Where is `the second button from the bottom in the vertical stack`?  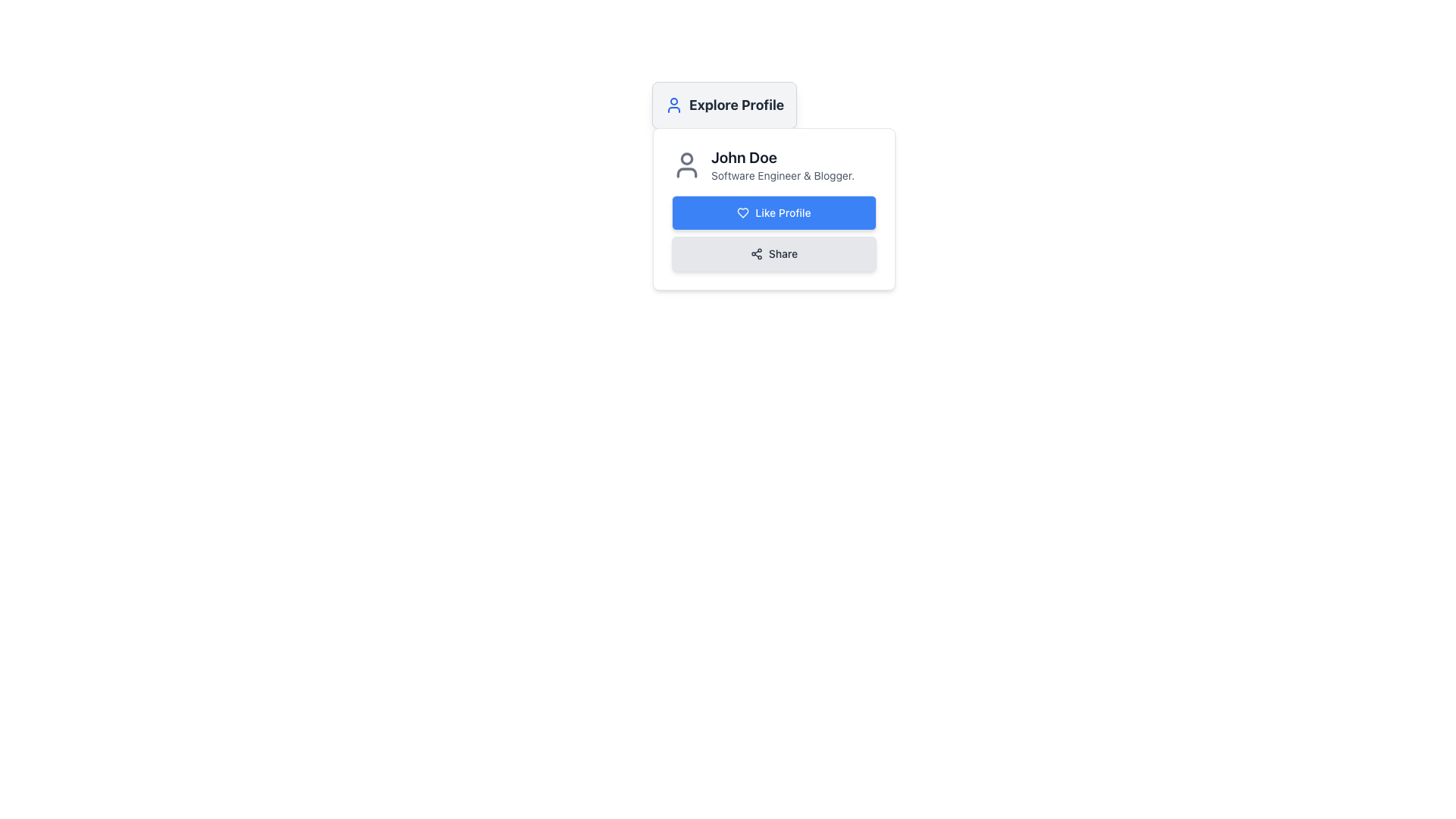
the second button from the bottom in the vertical stack is located at coordinates (773, 253).